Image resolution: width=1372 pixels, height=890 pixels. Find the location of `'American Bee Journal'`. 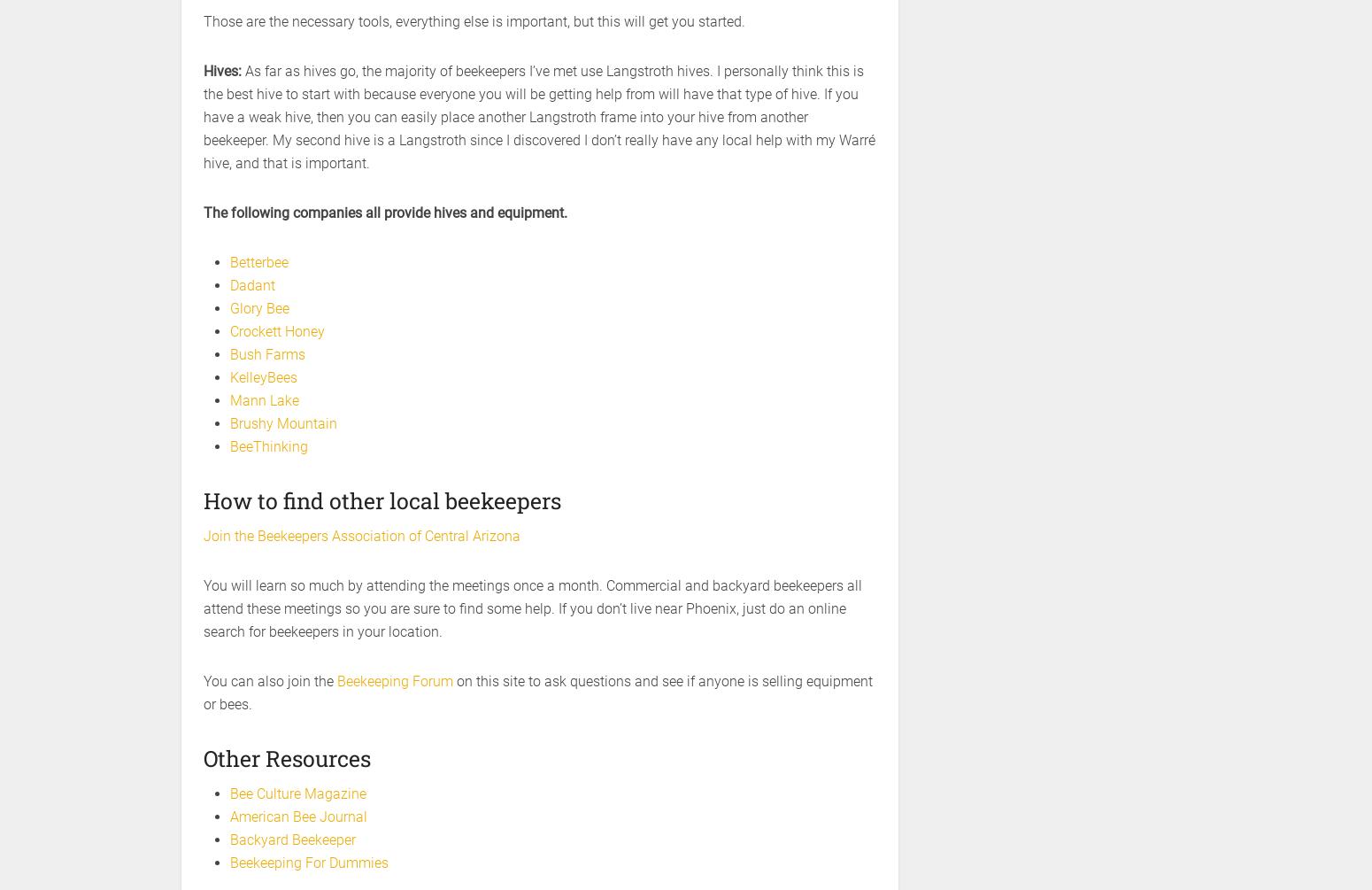

'American Bee Journal' is located at coordinates (229, 816).